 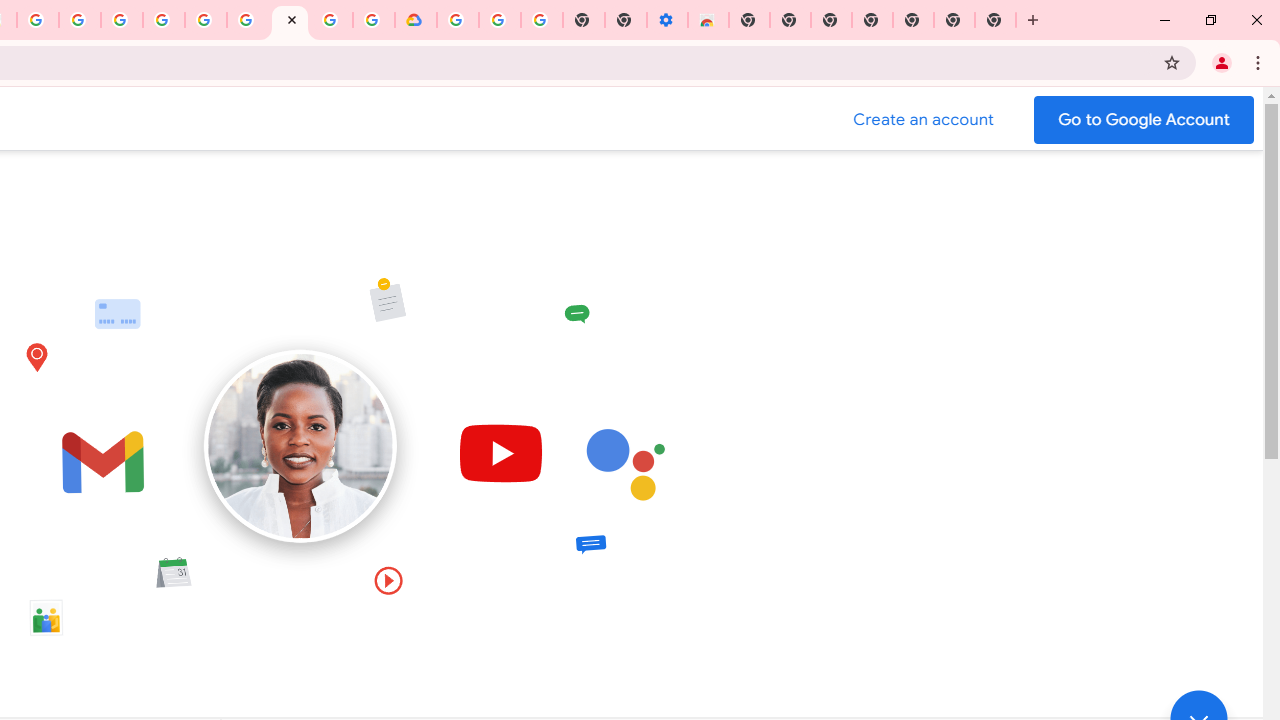 What do you see at coordinates (164, 20) in the screenshot?
I see `'Sign in - Google Accounts'` at bounding box center [164, 20].